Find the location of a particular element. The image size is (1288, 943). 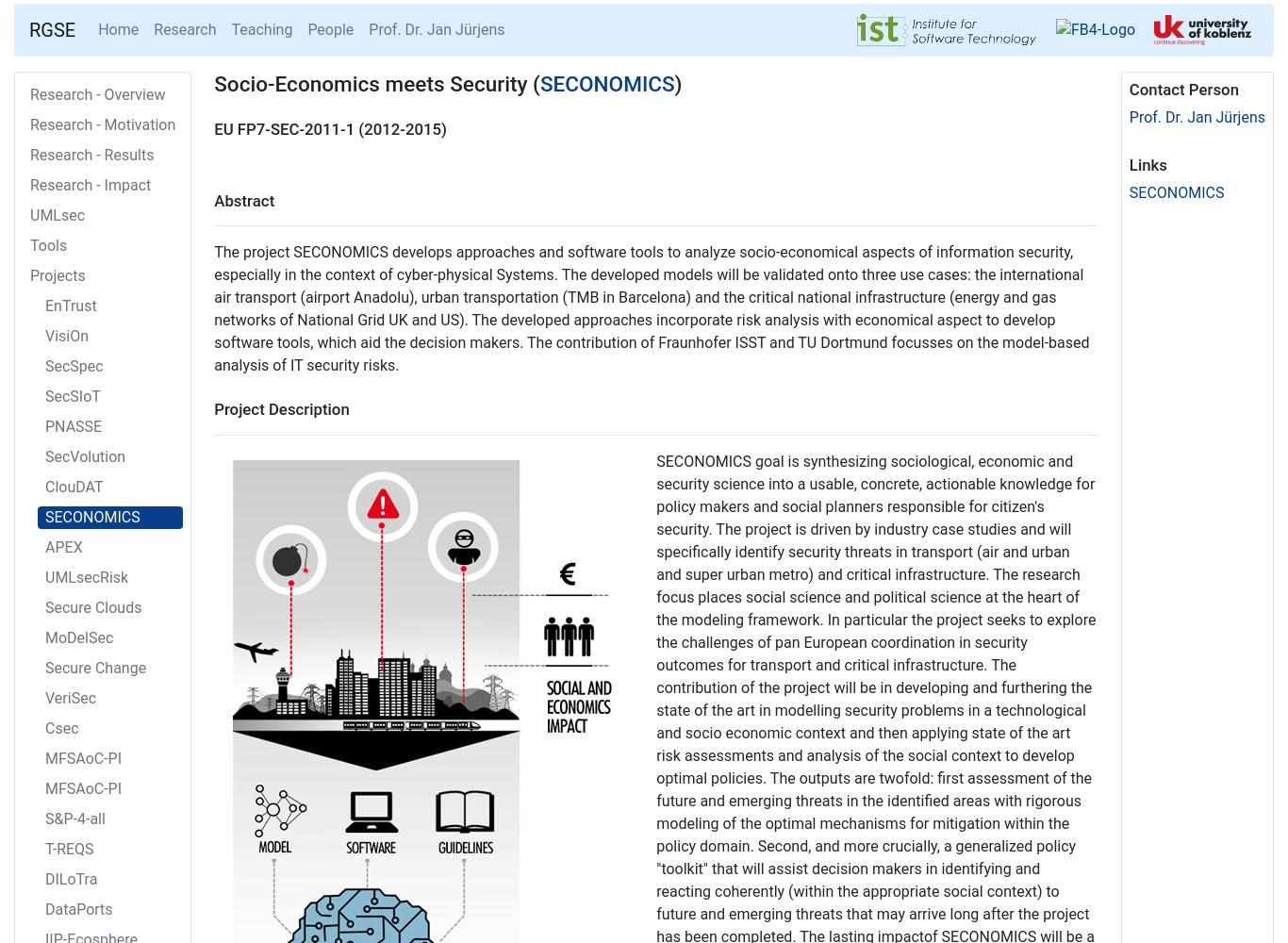

'Research - Motivation' is located at coordinates (103, 124).